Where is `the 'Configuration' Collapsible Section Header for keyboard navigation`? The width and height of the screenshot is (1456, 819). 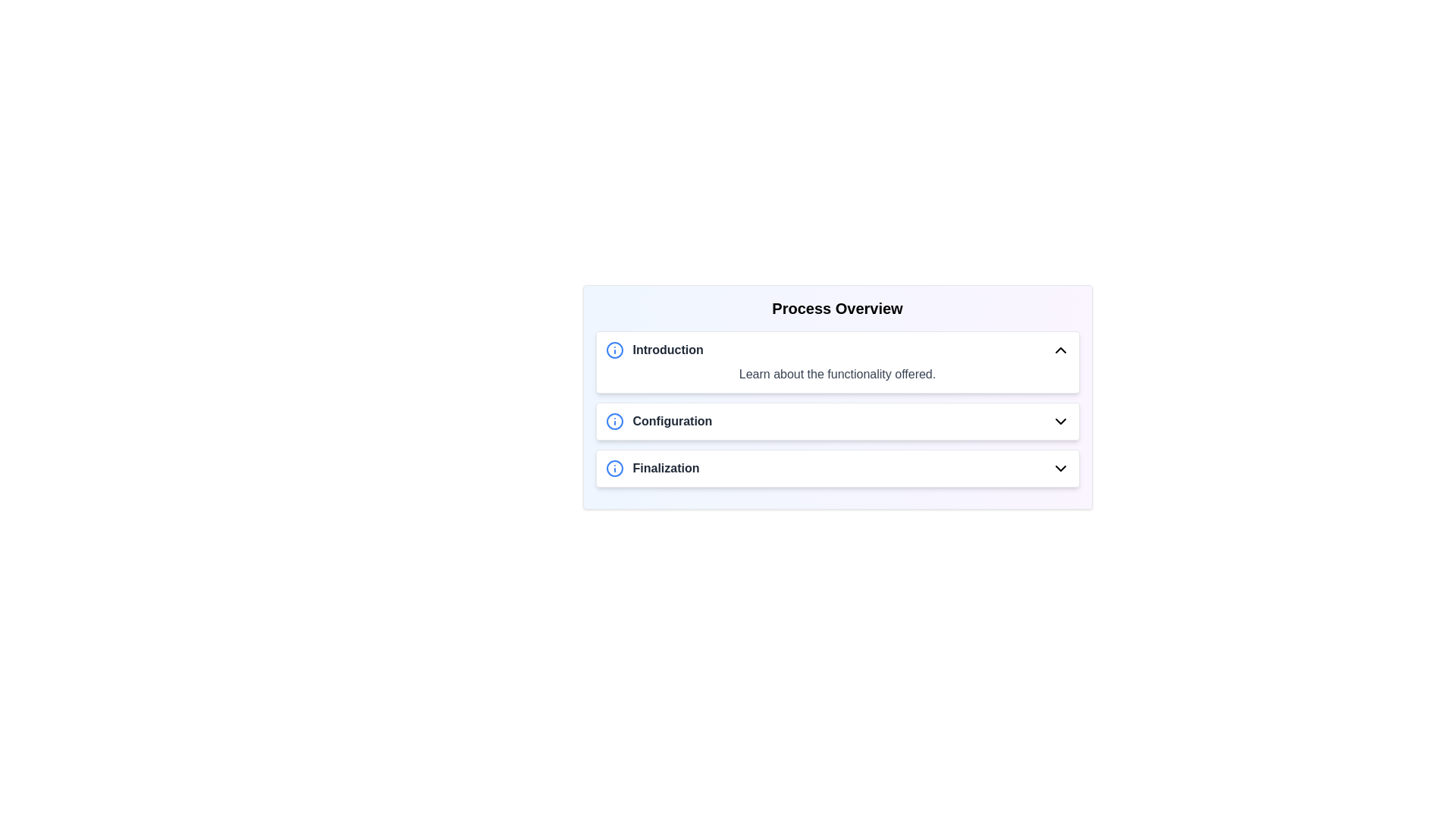
the 'Configuration' Collapsible Section Header for keyboard navigation is located at coordinates (836, 421).